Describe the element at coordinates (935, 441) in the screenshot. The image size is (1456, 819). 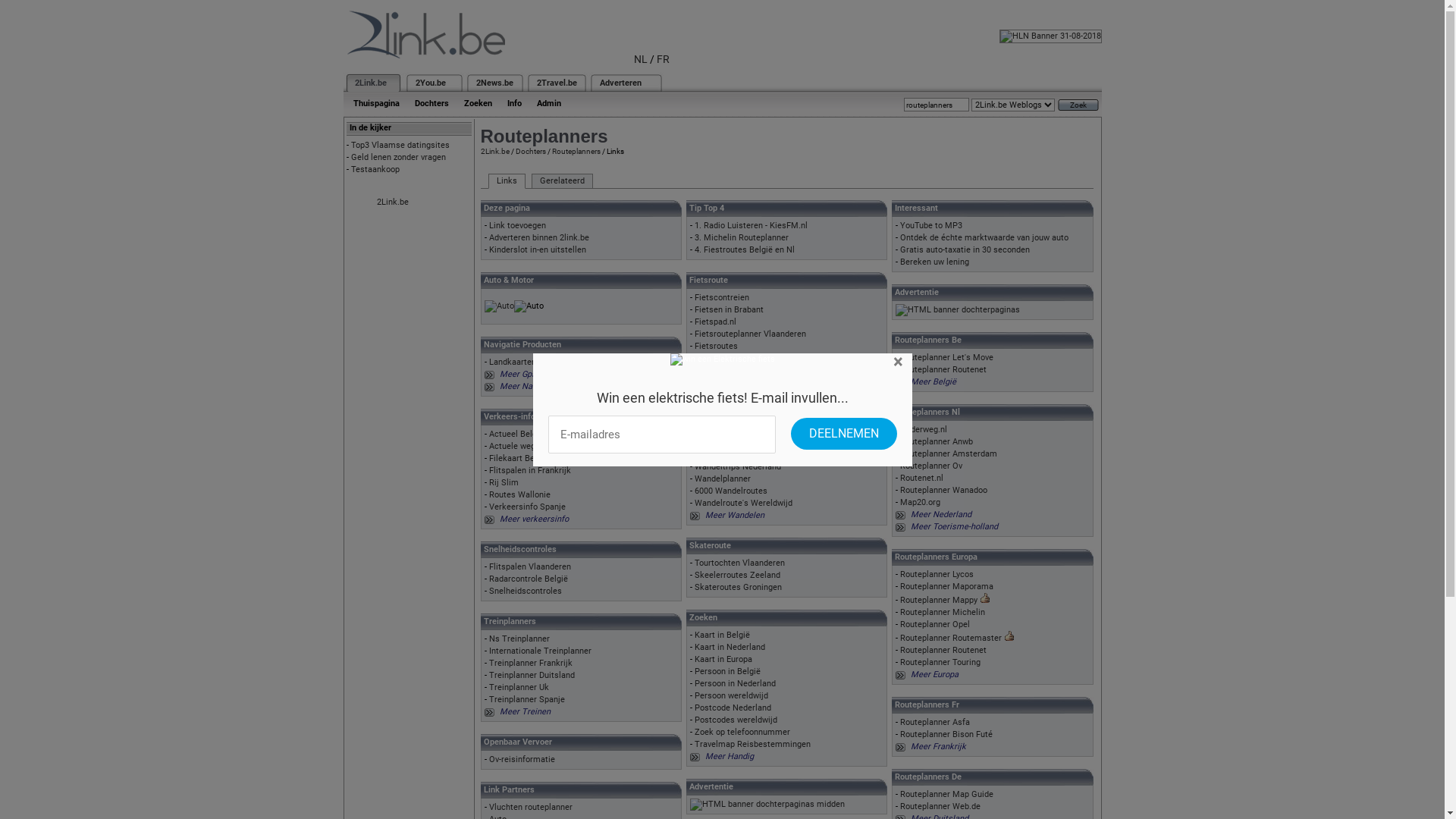
I see `'Routeplanner Anwb'` at that location.